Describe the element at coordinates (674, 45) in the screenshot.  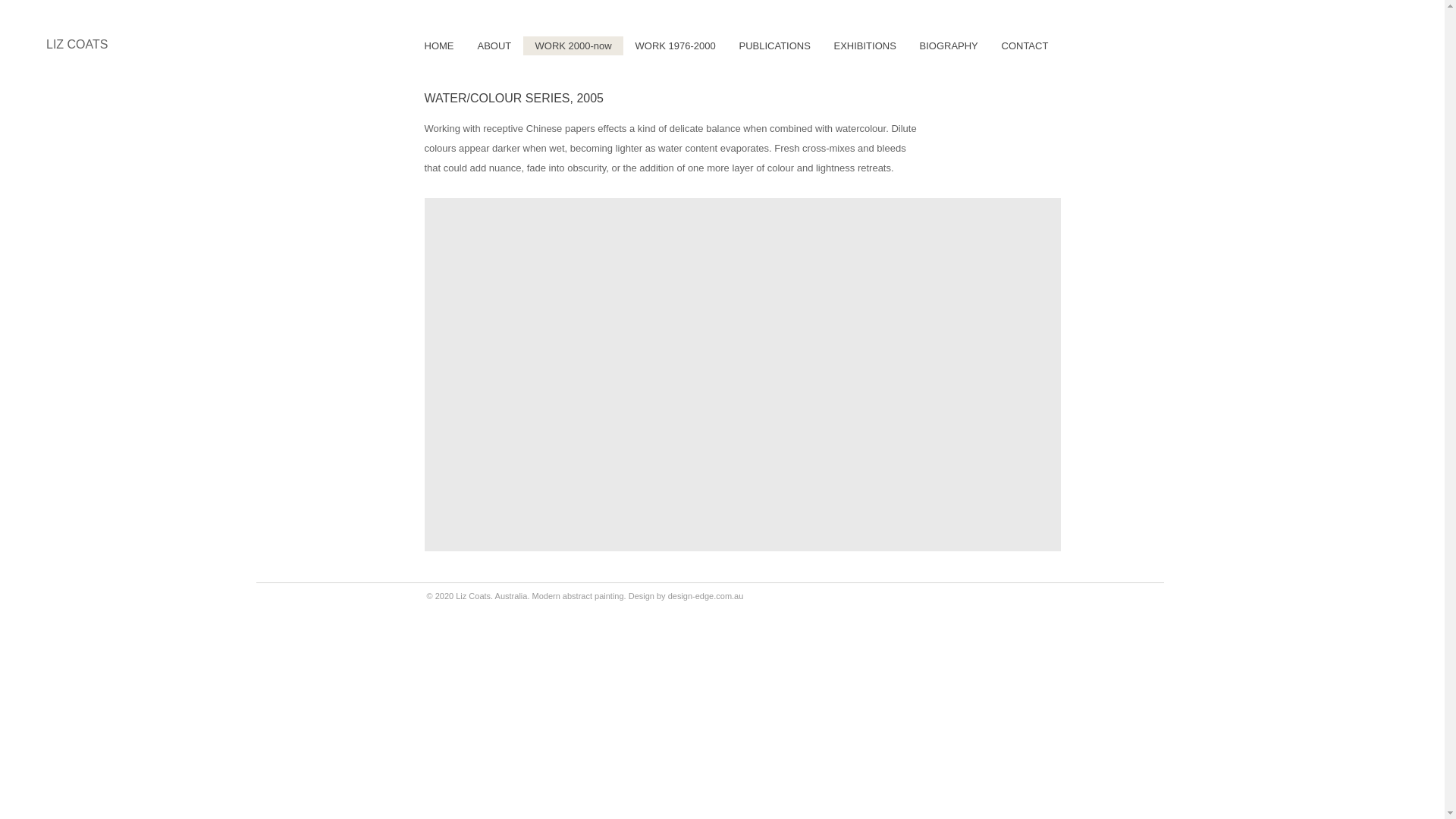
I see `'WORK 1976-2000'` at that location.